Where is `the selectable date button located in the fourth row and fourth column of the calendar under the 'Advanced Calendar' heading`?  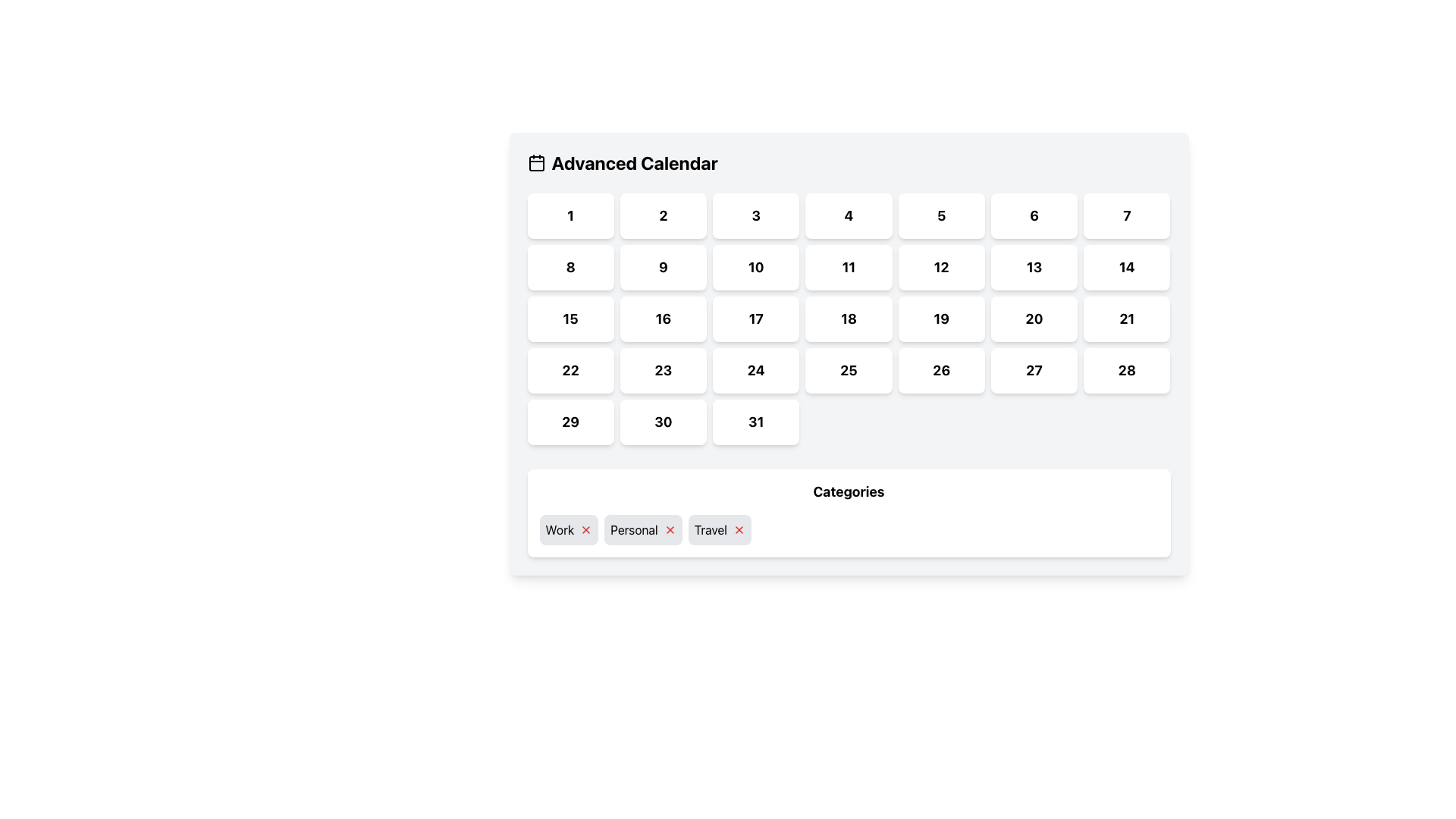 the selectable date button located in the fourth row and fourth column of the calendar under the 'Advanced Calendar' heading is located at coordinates (756, 371).